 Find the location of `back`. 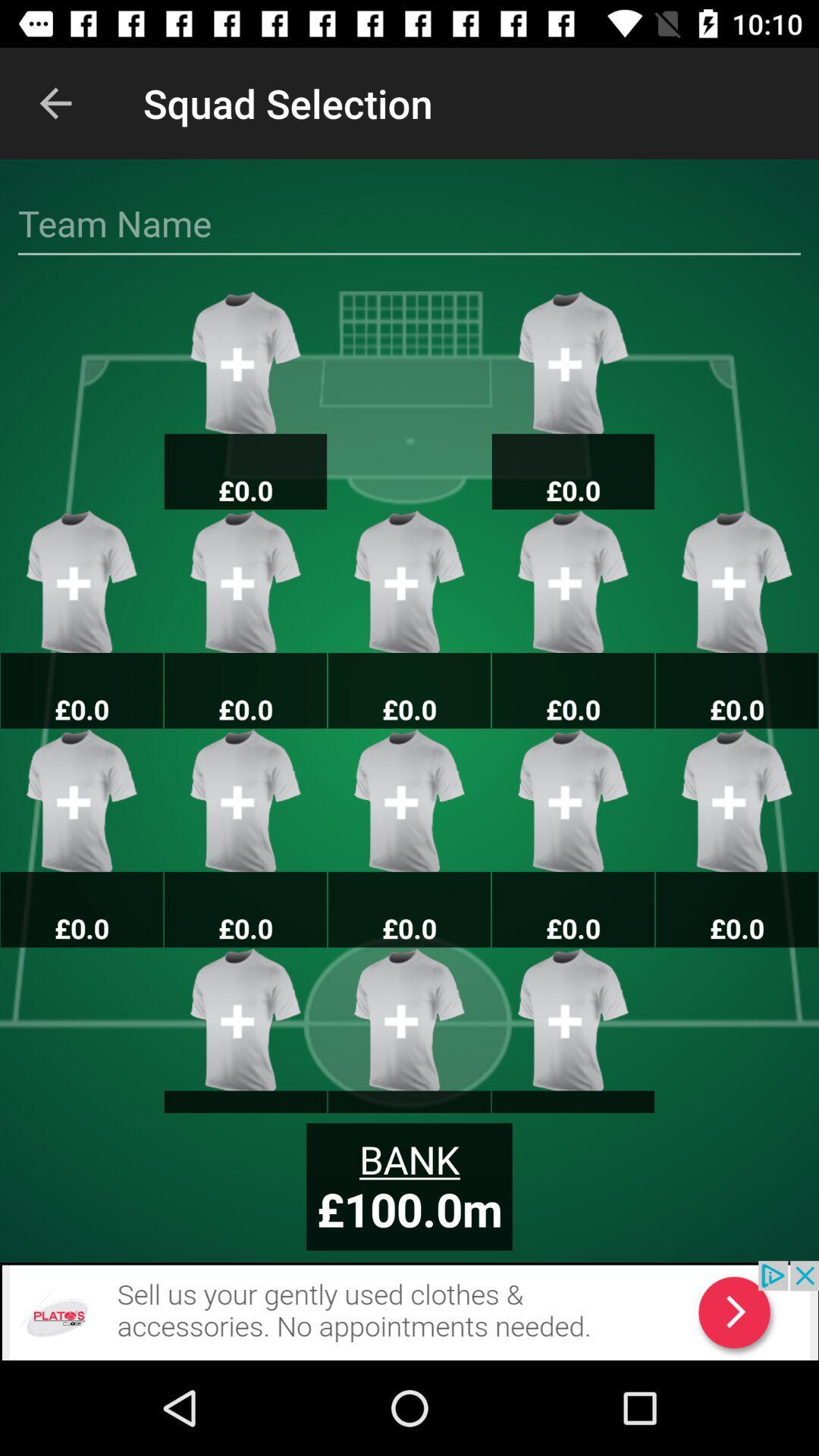

back is located at coordinates (409, 1310).